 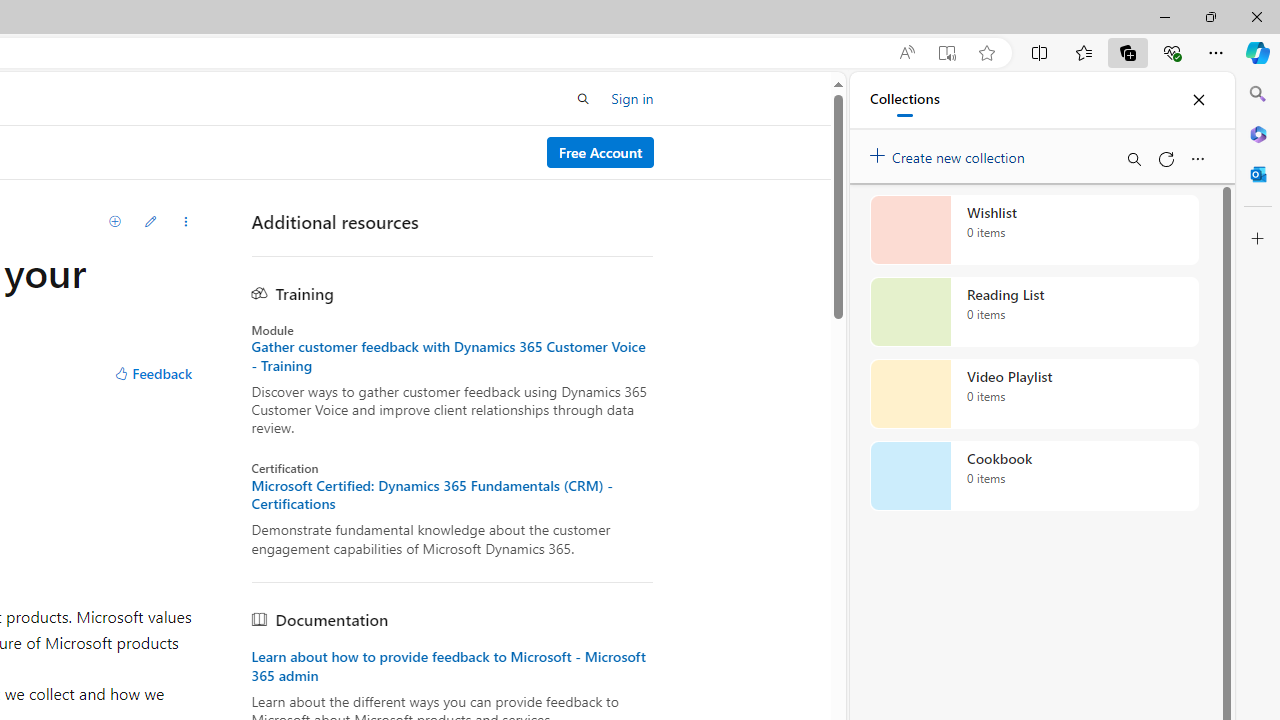 I want to click on 'Sign in', so click(x=631, y=98).